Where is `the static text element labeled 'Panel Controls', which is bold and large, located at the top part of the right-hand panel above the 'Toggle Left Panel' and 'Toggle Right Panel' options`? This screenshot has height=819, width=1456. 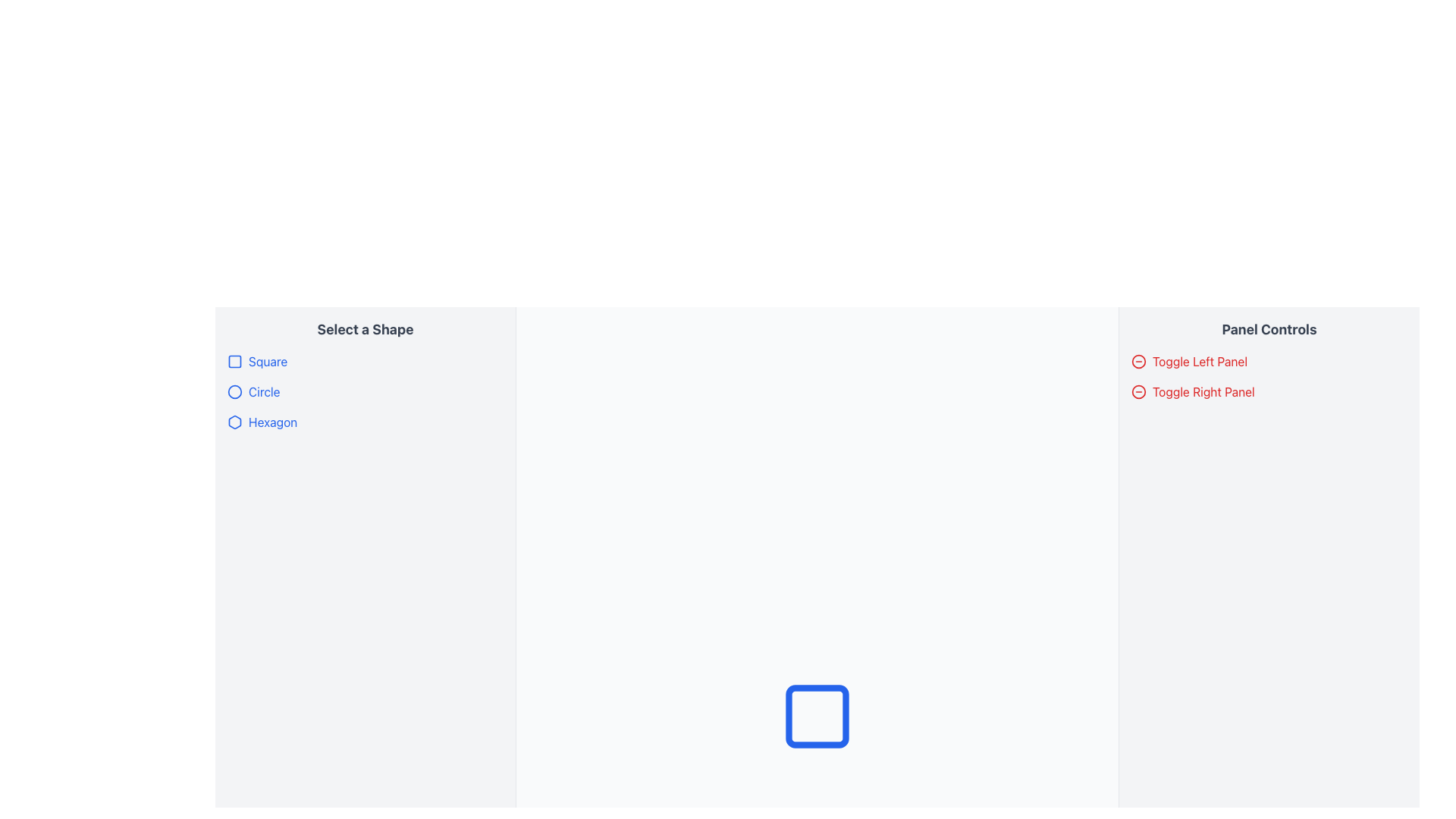
the static text element labeled 'Panel Controls', which is bold and large, located at the top part of the right-hand panel above the 'Toggle Left Panel' and 'Toggle Right Panel' options is located at coordinates (1269, 329).